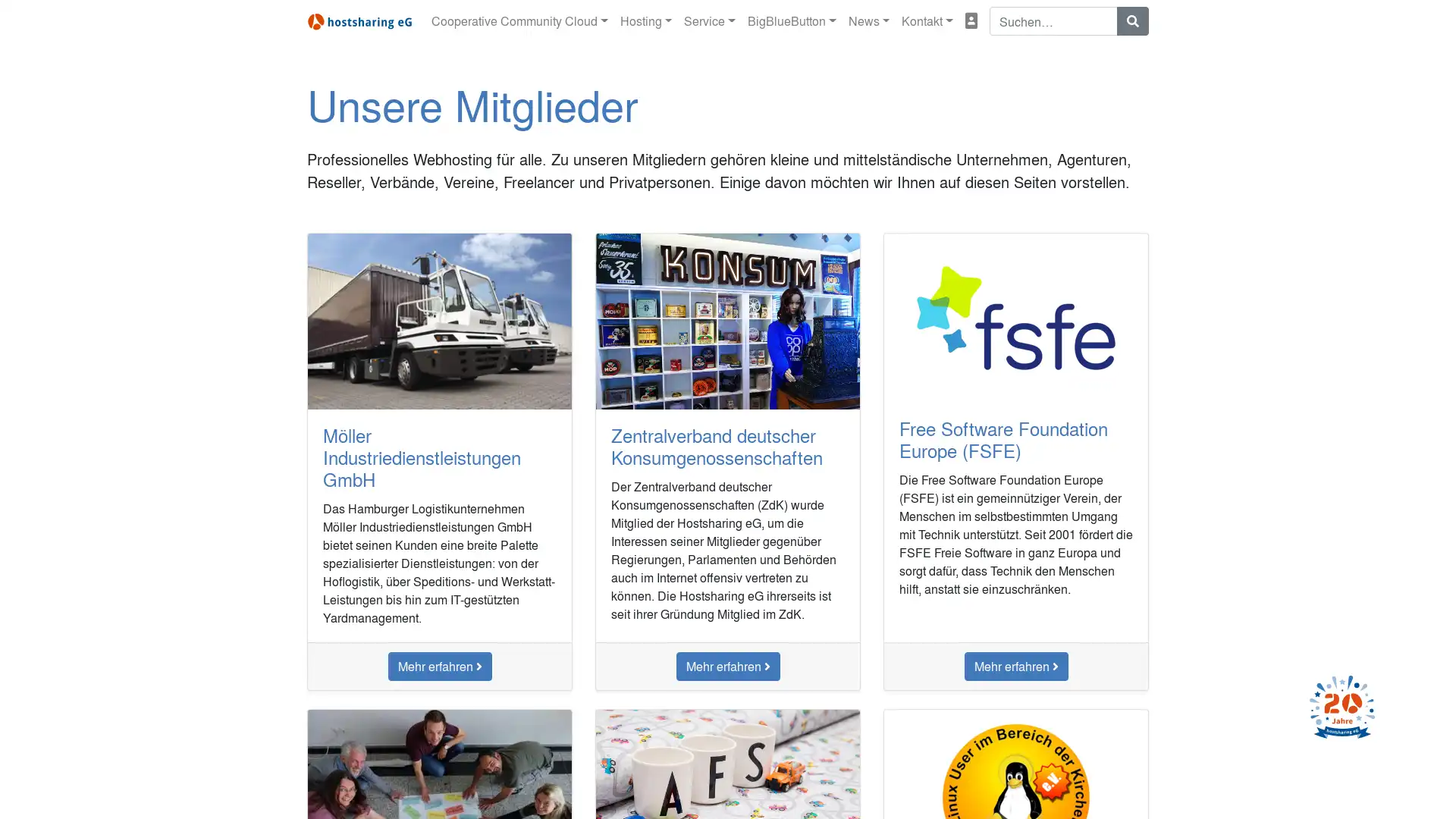 The height and width of the screenshot is (819, 1456). I want to click on Suchen, so click(1132, 20).